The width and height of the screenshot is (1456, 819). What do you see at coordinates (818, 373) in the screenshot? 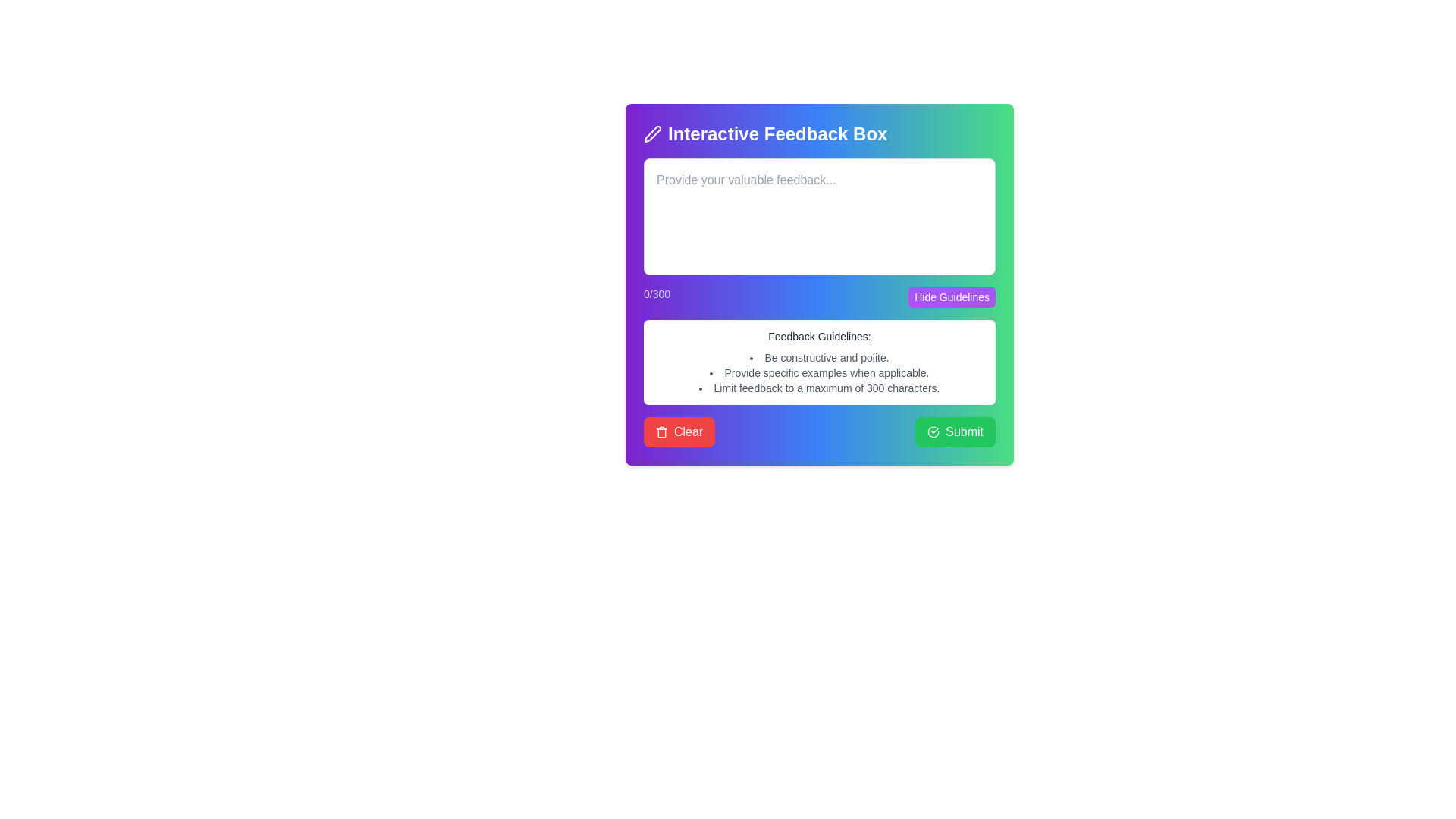
I see `the second list item in the feedback guidelines which advises users to provide specific examples in their feedback` at bounding box center [818, 373].